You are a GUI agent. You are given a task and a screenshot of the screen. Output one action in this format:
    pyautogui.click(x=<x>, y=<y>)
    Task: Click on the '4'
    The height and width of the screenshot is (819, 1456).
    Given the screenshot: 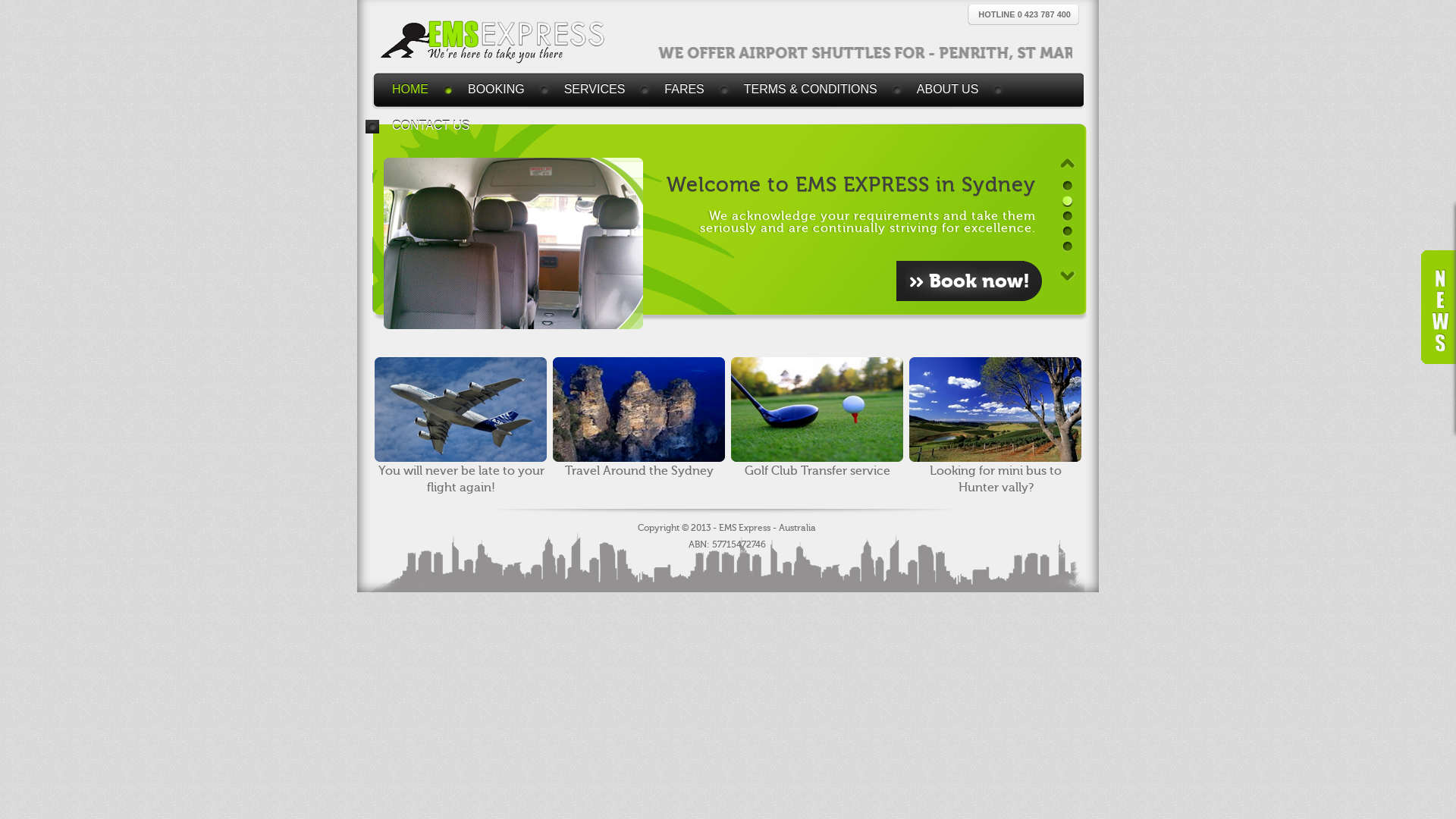 What is the action you would take?
    pyautogui.click(x=1066, y=231)
    